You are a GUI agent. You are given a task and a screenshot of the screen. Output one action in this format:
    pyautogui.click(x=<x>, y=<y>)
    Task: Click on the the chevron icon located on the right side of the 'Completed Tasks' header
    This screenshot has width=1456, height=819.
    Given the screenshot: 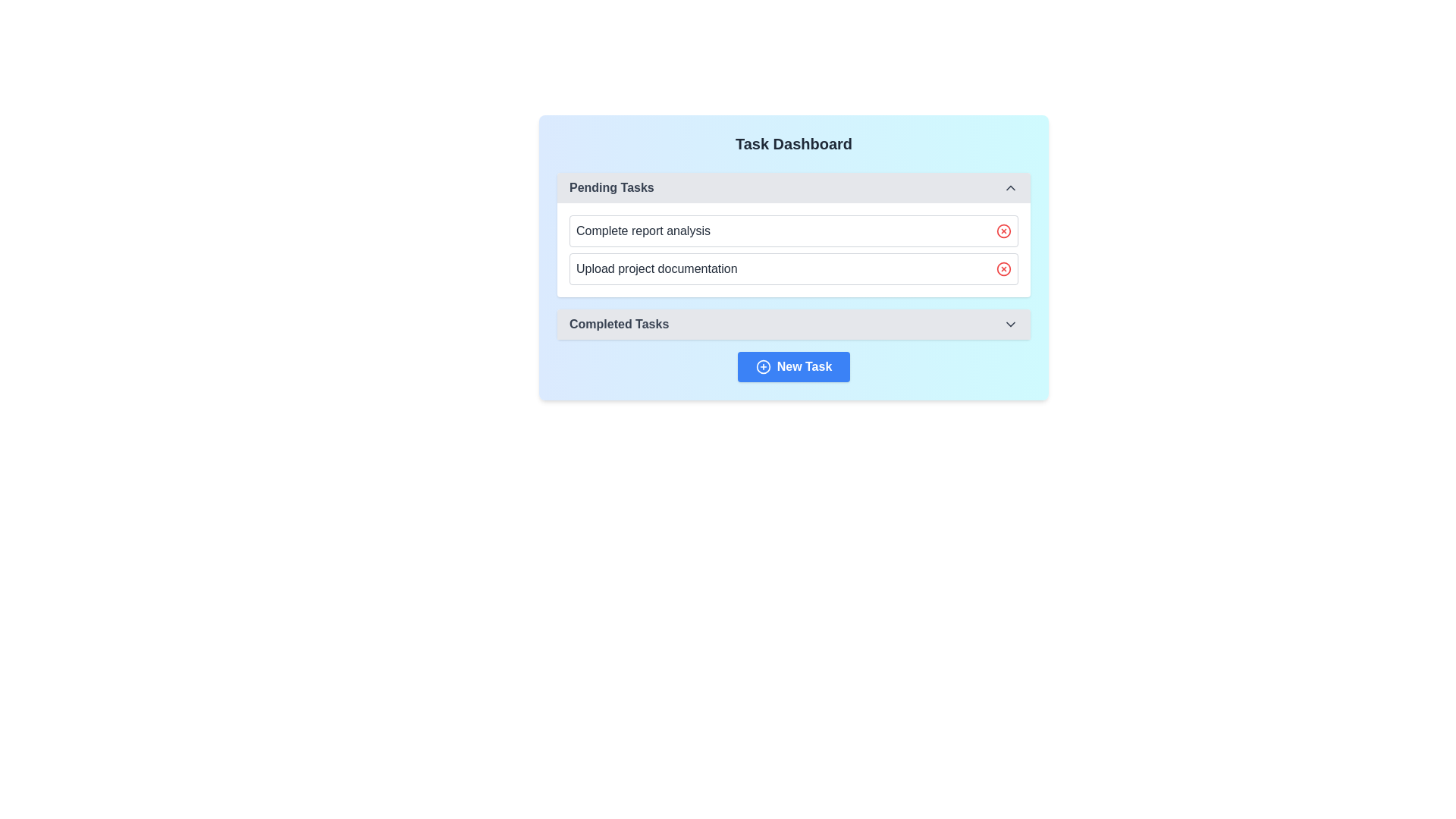 What is the action you would take?
    pyautogui.click(x=1011, y=324)
    